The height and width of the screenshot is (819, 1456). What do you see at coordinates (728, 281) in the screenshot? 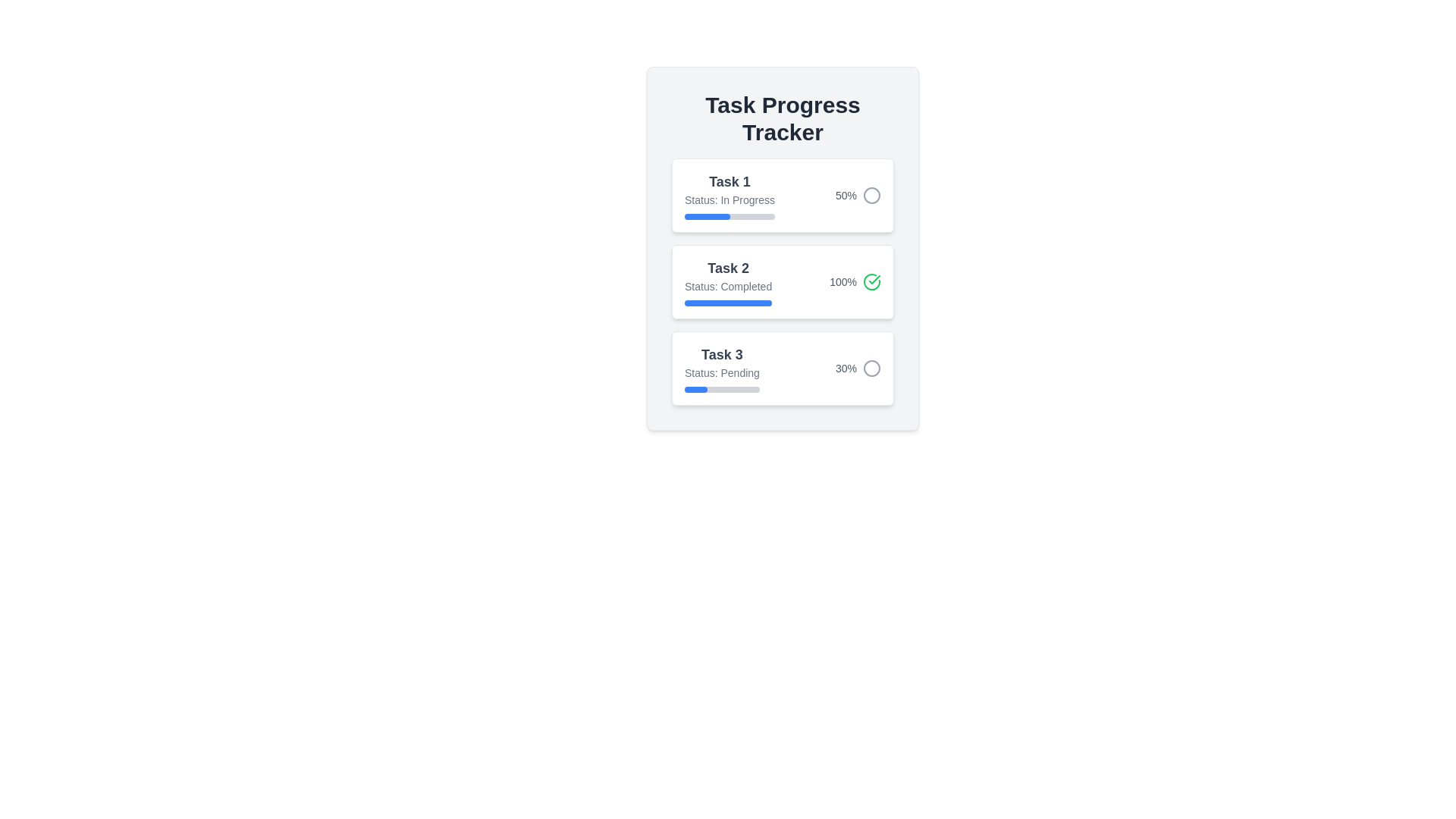
I see `information from the second task text label in the task management interface, which shows the task name and status` at bounding box center [728, 281].